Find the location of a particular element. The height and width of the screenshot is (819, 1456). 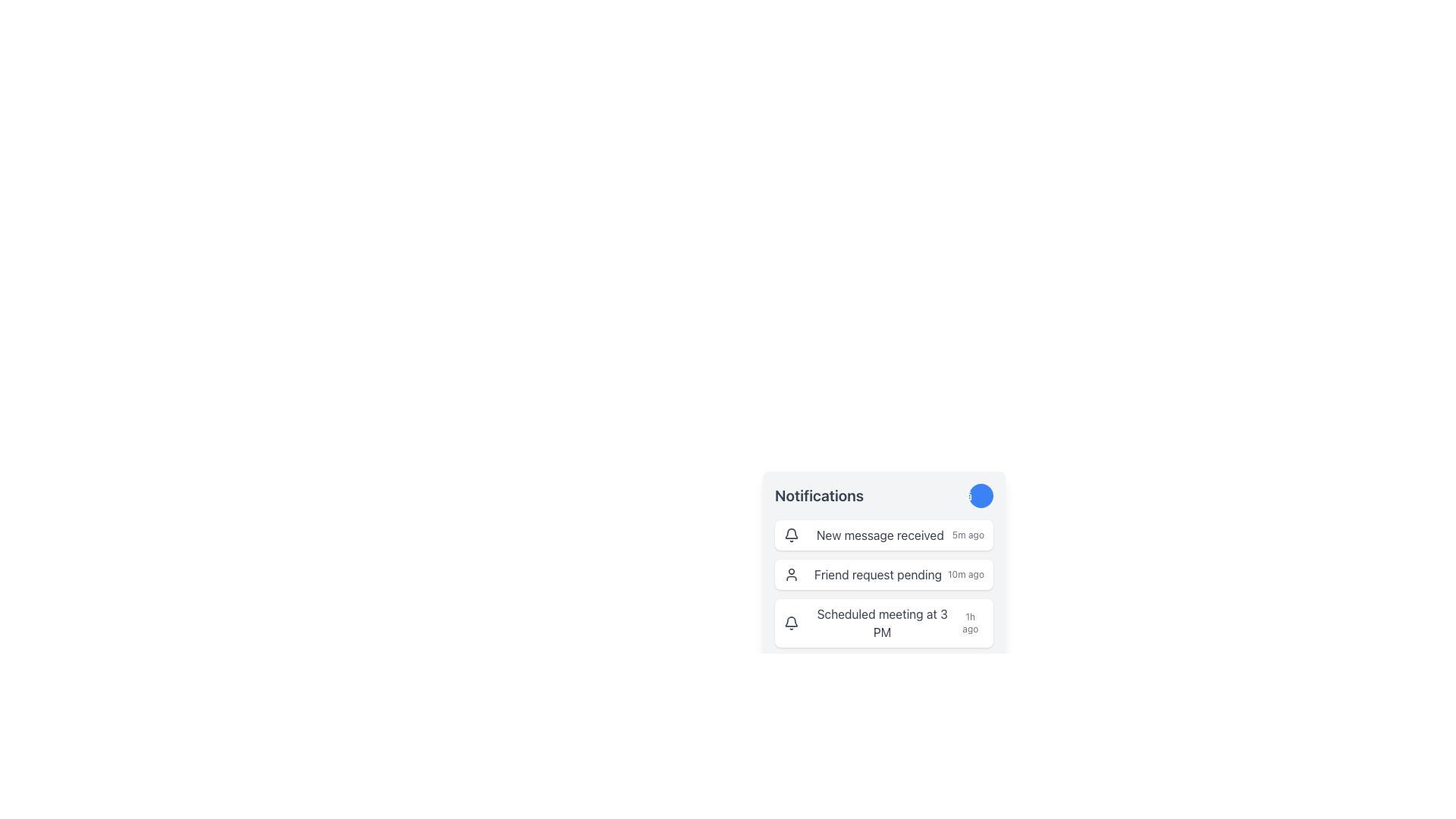

the status message indicating a friend request has been sent, located in the second notification card of the notification panel is located at coordinates (877, 575).